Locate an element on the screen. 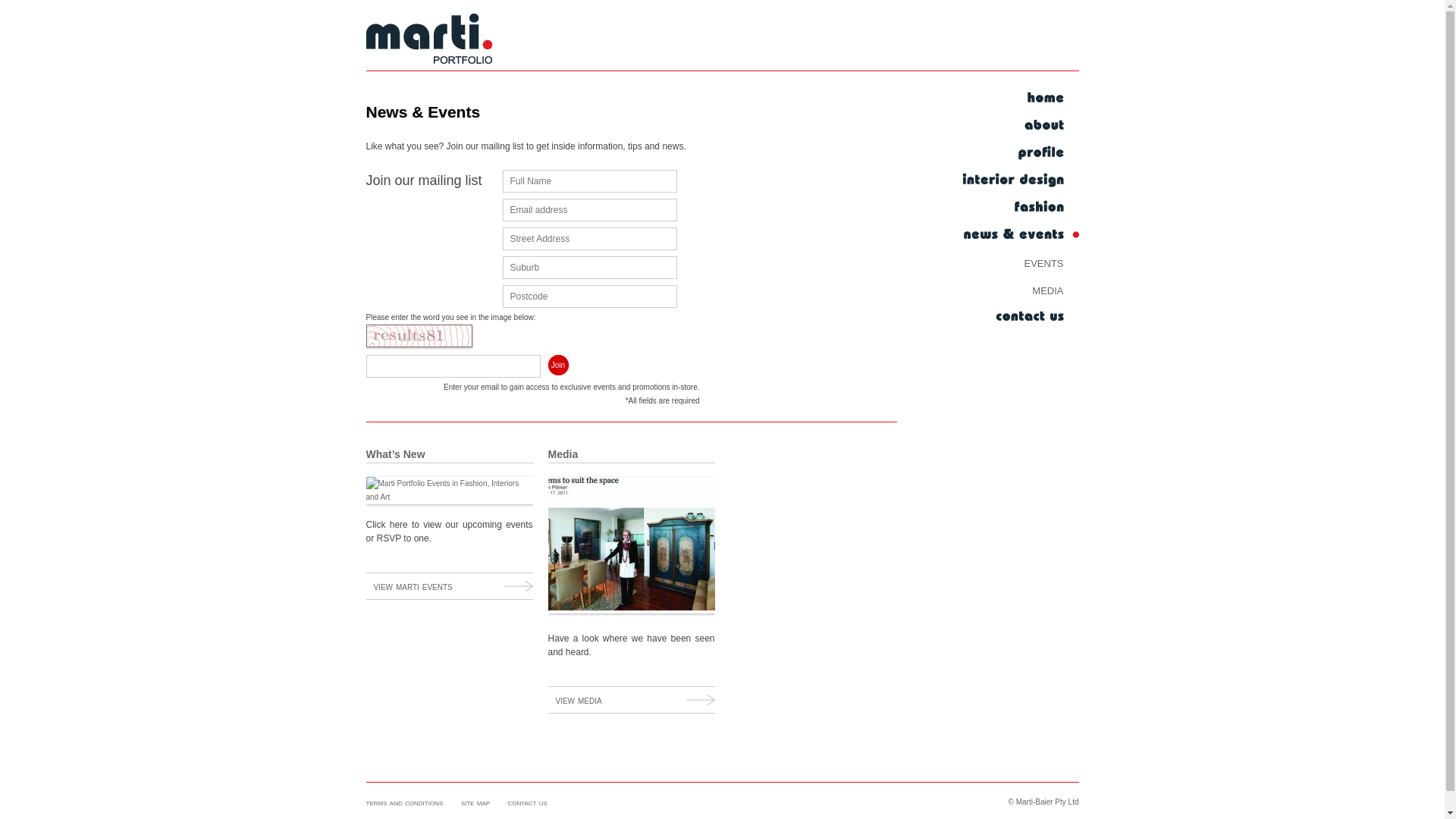 The width and height of the screenshot is (1456, 819). 'view media' is located at coordinates (630, 699).